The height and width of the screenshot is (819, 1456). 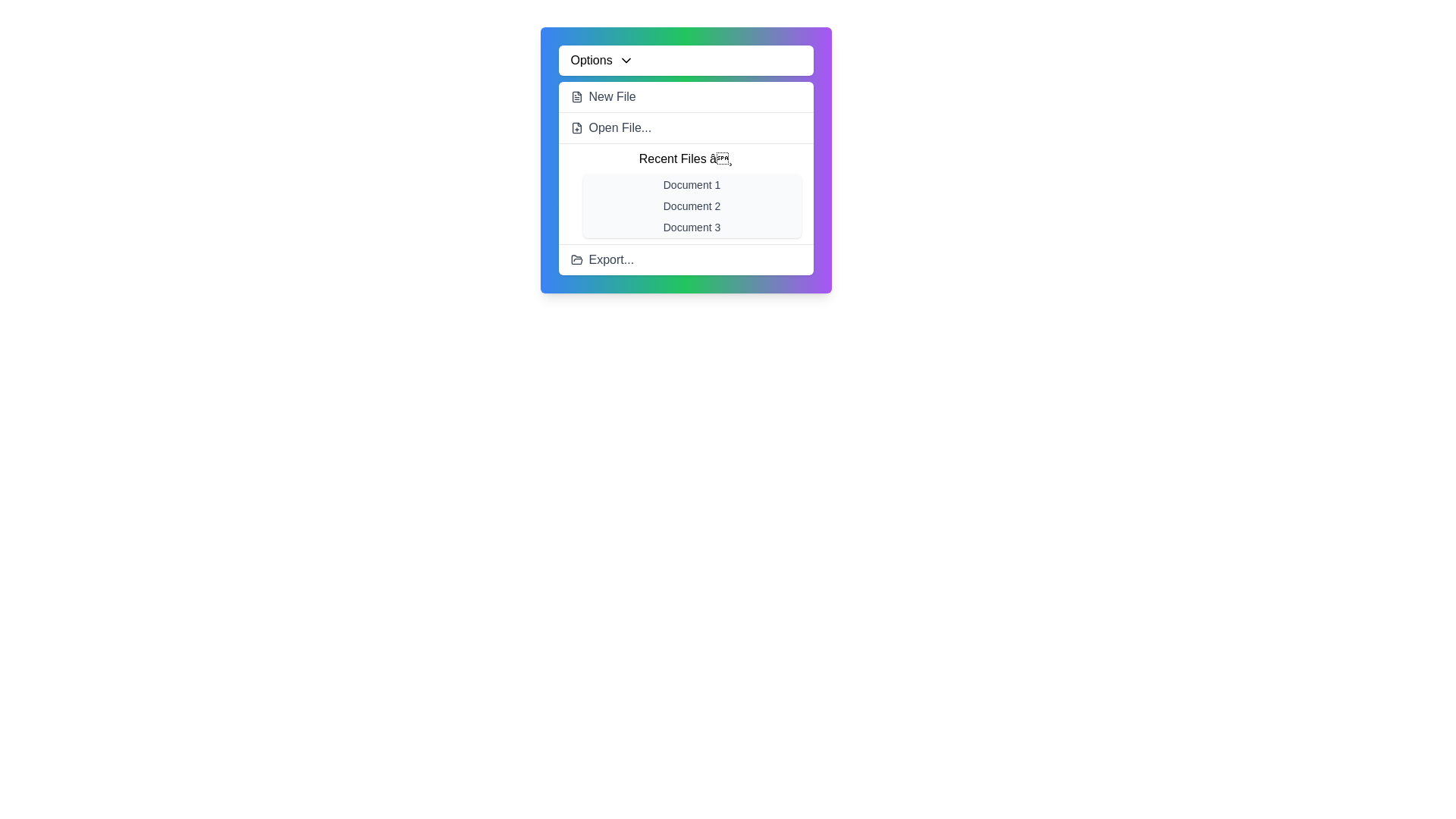 I want to click on the document icon located next to the text 'New File' in the dropdown menu, which features a minimalistic design with bold outlines, so click(x=576, y=96).